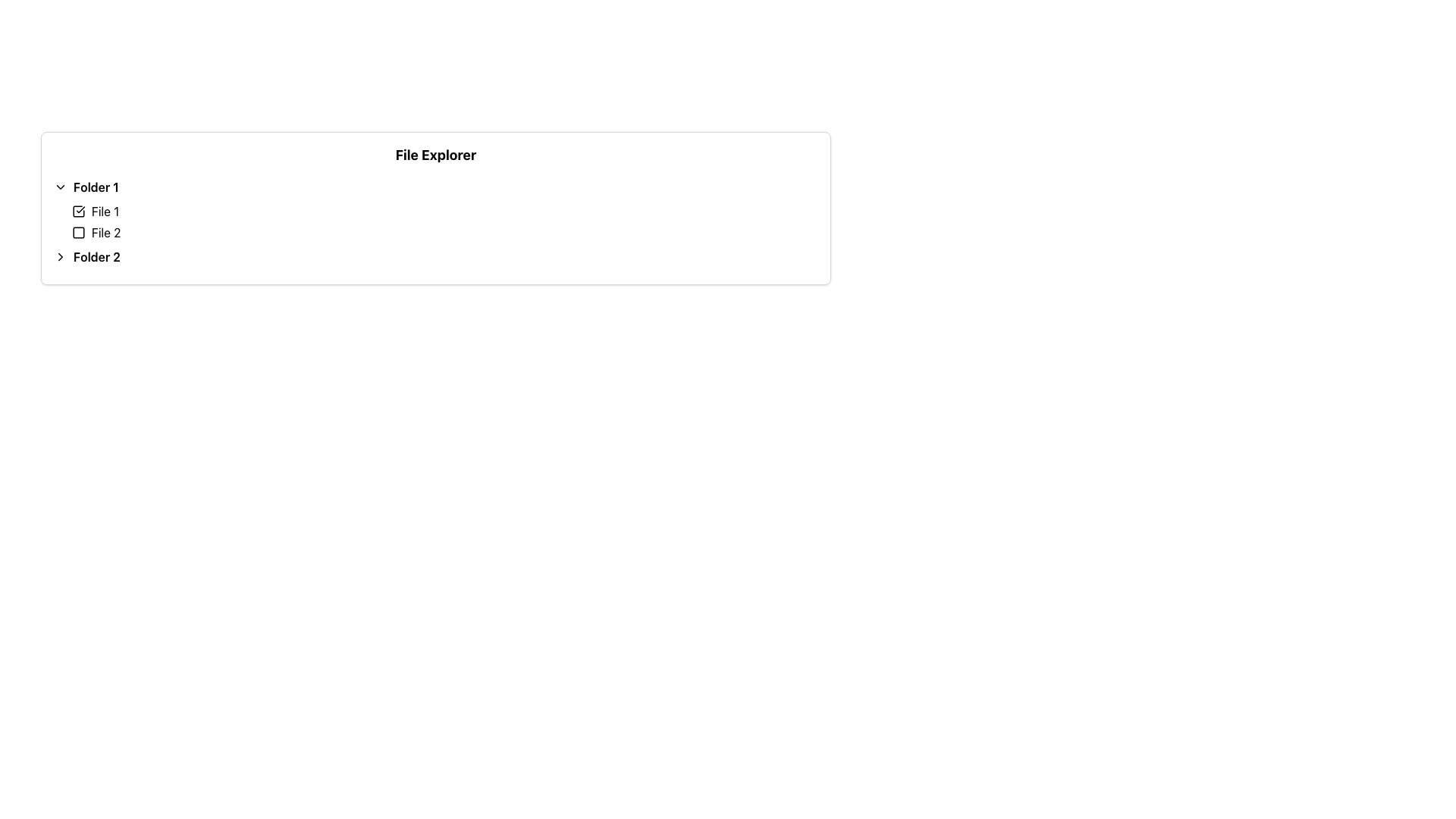  I want to click on the text label displaying 'Folder 2', which is part of a clickable folder entry and aligned with a chevron icon, so click(96, 256).